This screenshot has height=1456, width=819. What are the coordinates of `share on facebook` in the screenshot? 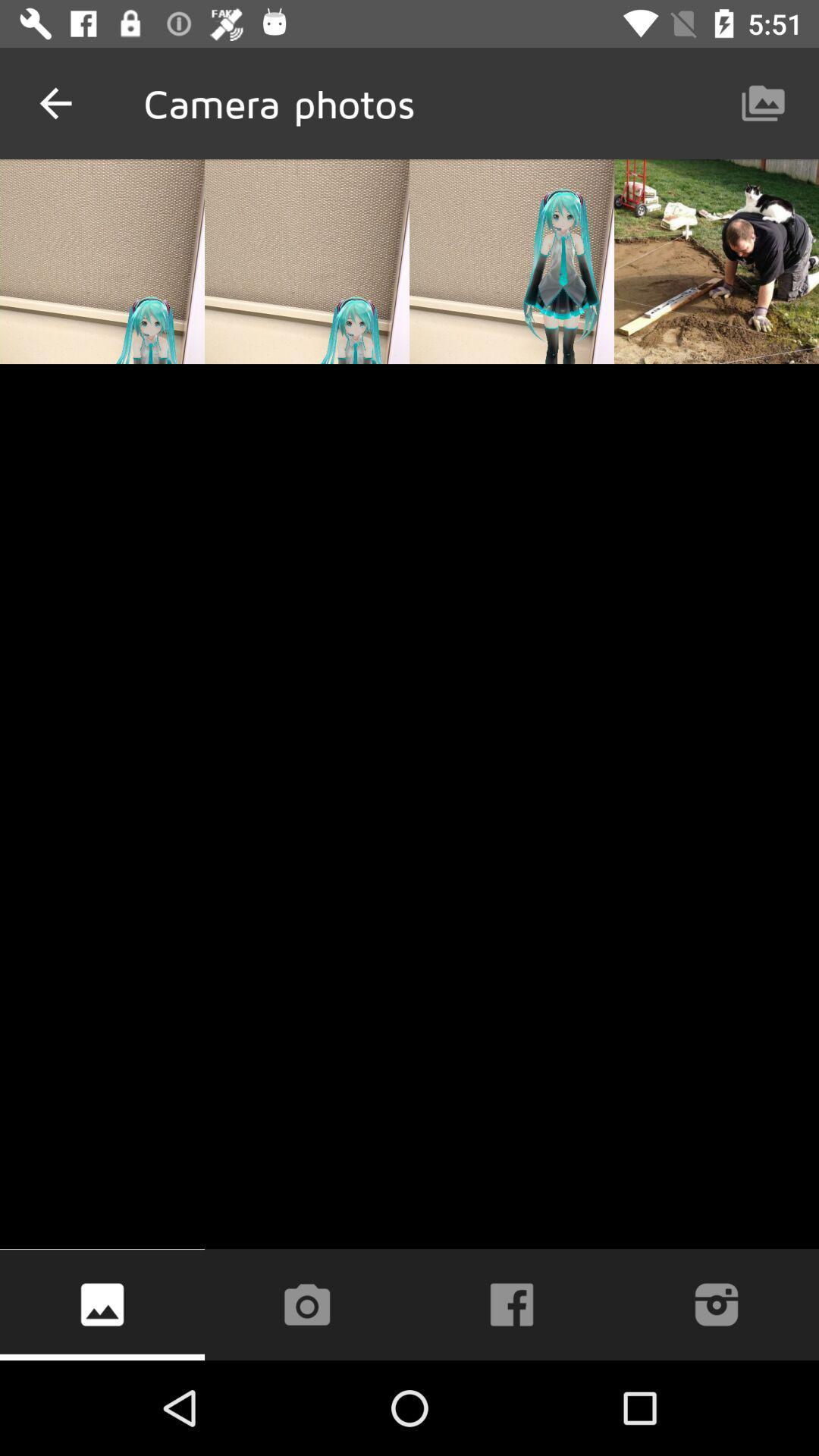 It's located at (512, 1304).